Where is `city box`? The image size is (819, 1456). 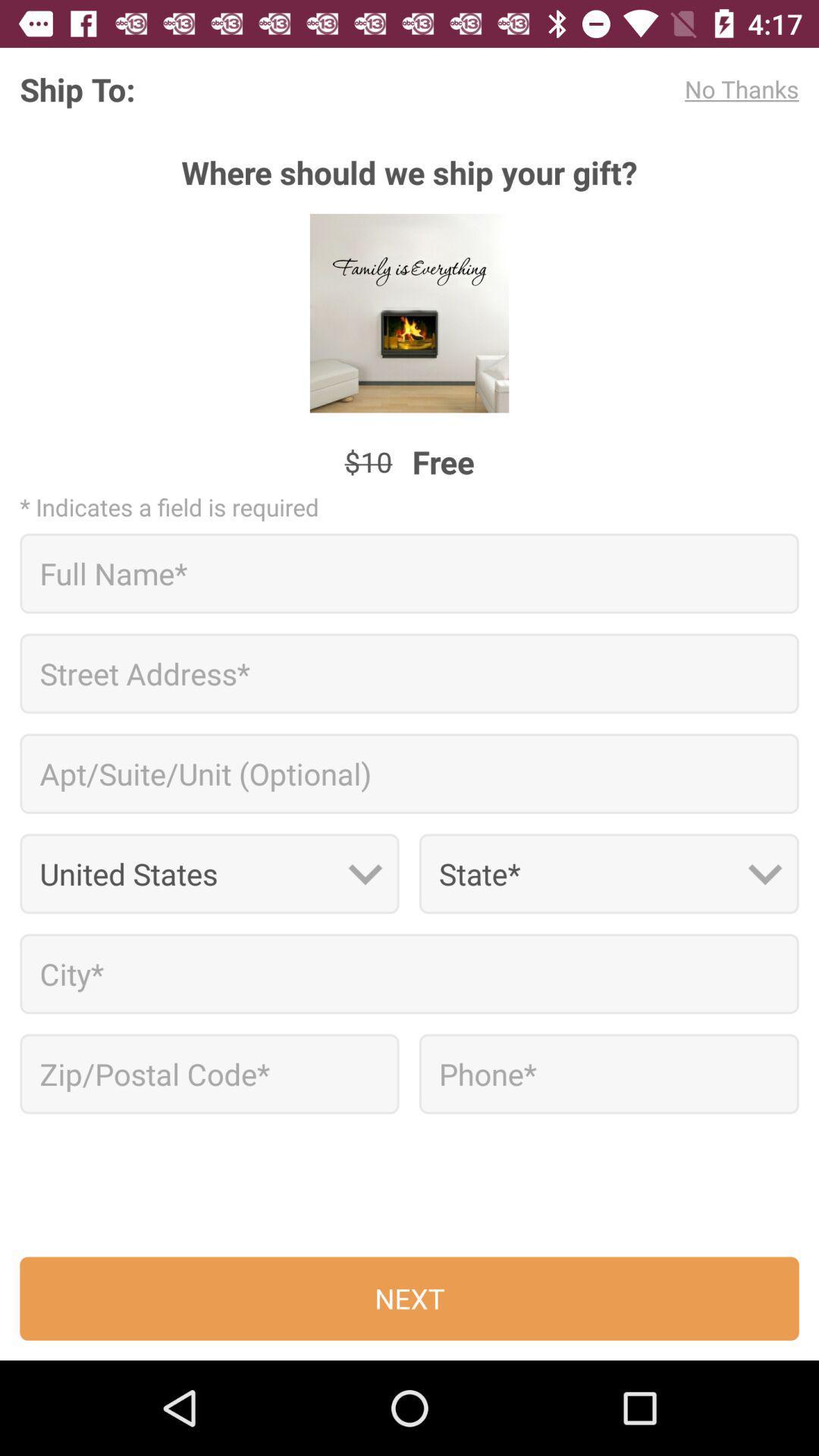 city box is located at coordinates (409, 974).